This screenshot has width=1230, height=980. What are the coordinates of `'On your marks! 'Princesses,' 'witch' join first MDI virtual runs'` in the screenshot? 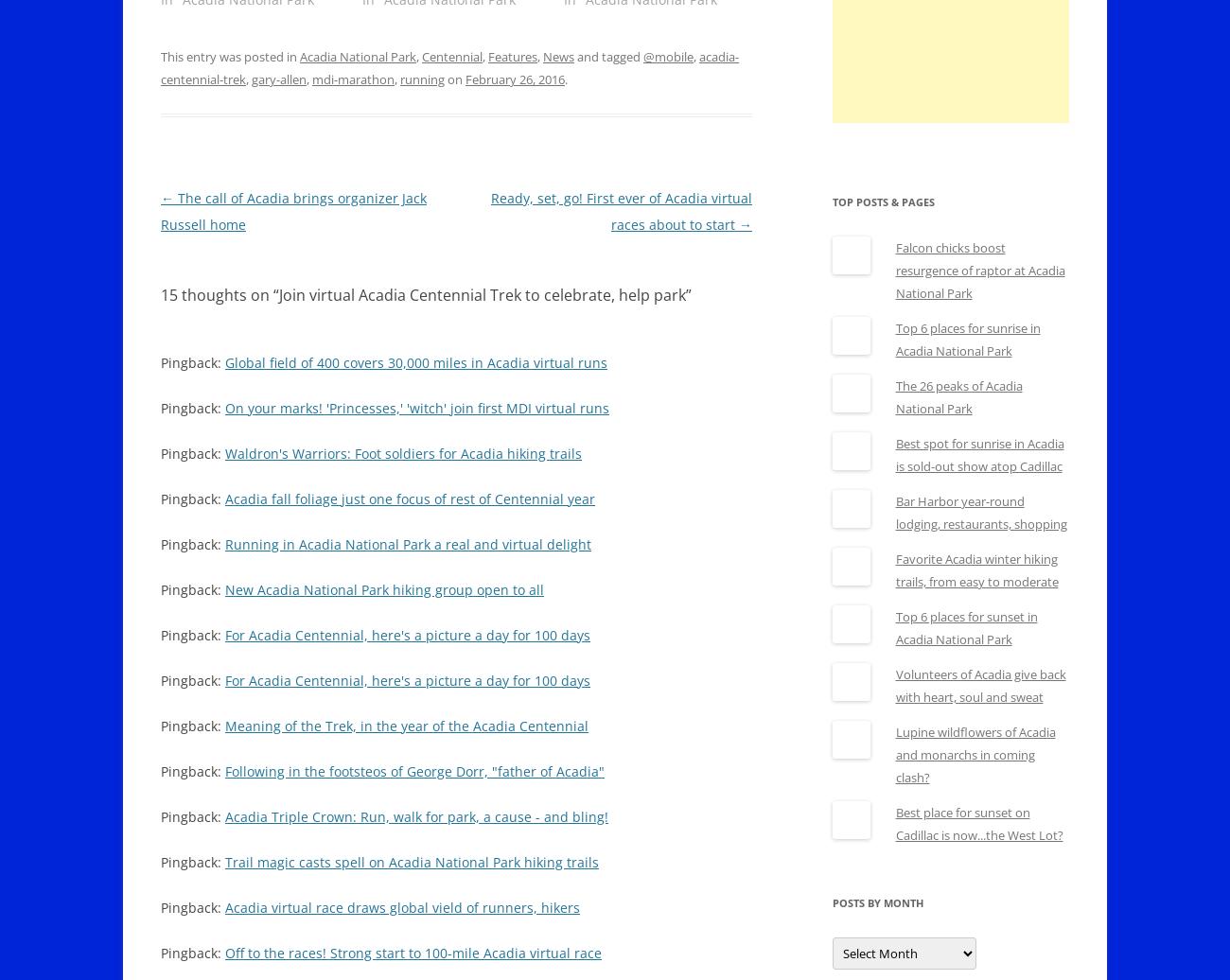 It's located at (415, 408).